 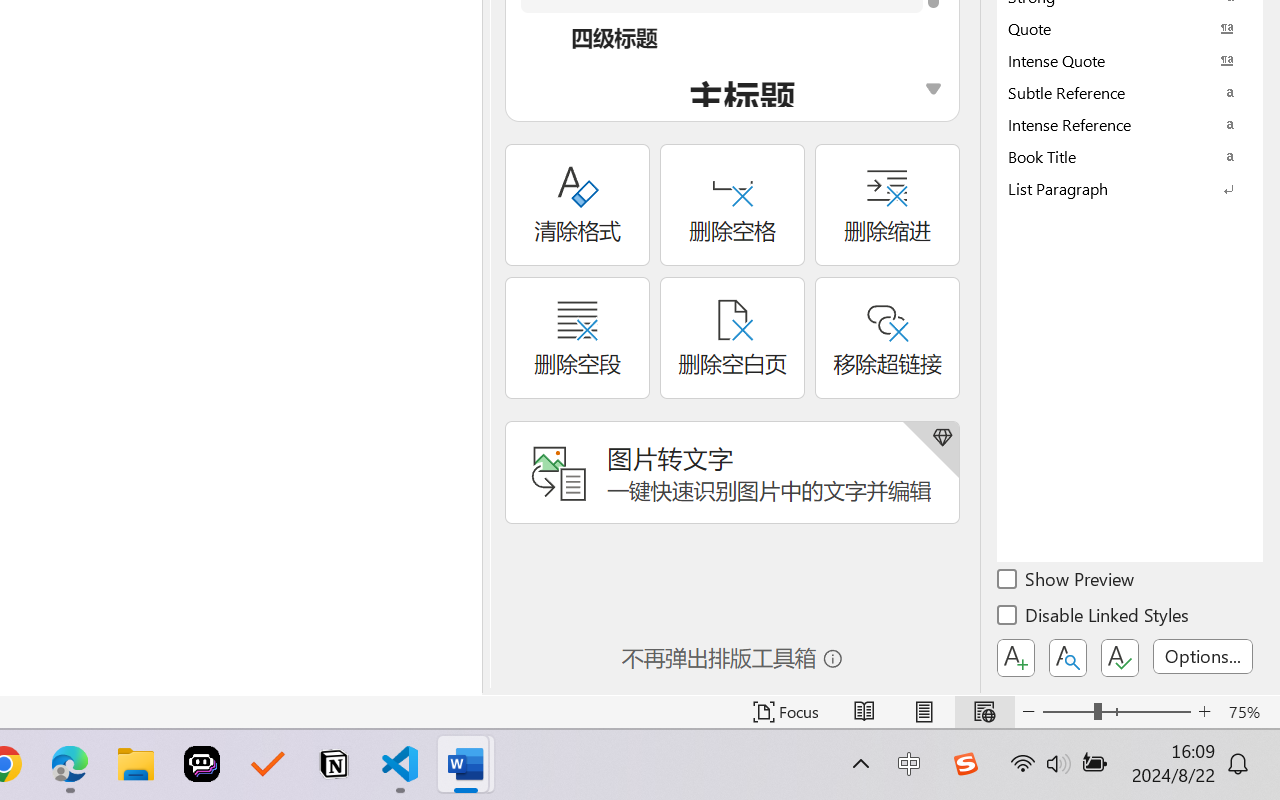 What do you see at coordinates (1130, 123) in the screenshot?
I see `'Intense Reference'` at bounding box center [1130, 123].